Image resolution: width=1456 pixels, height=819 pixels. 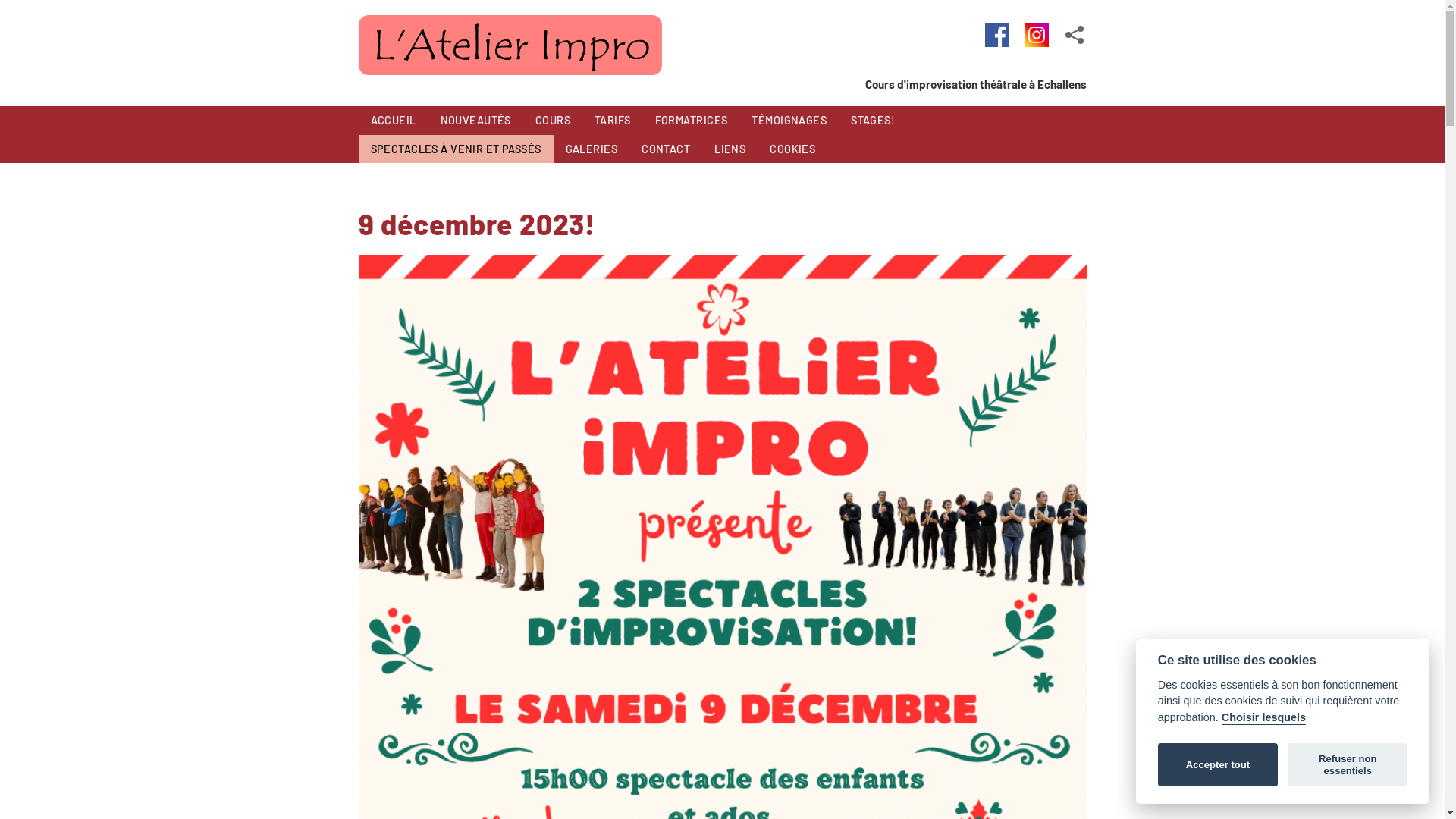 I want to click on 'LIENS', so click(x=701, y=149).